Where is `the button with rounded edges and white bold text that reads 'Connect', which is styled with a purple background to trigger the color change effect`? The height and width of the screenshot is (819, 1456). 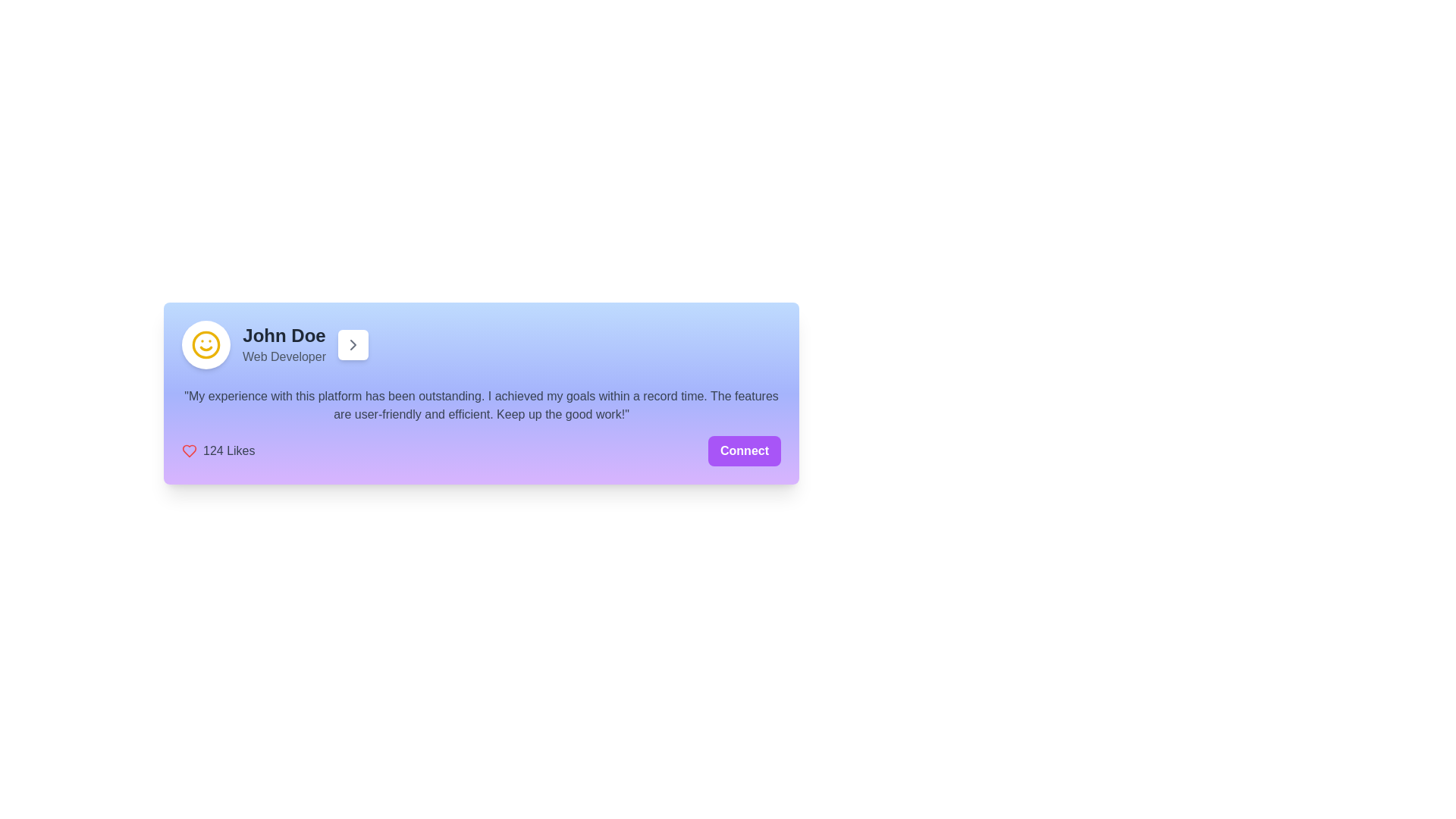 the button with rounded edges and white bold text that reads 'Connect', which is styled with a purple background to trigger the color change effect is located at coordinates (745, 450).